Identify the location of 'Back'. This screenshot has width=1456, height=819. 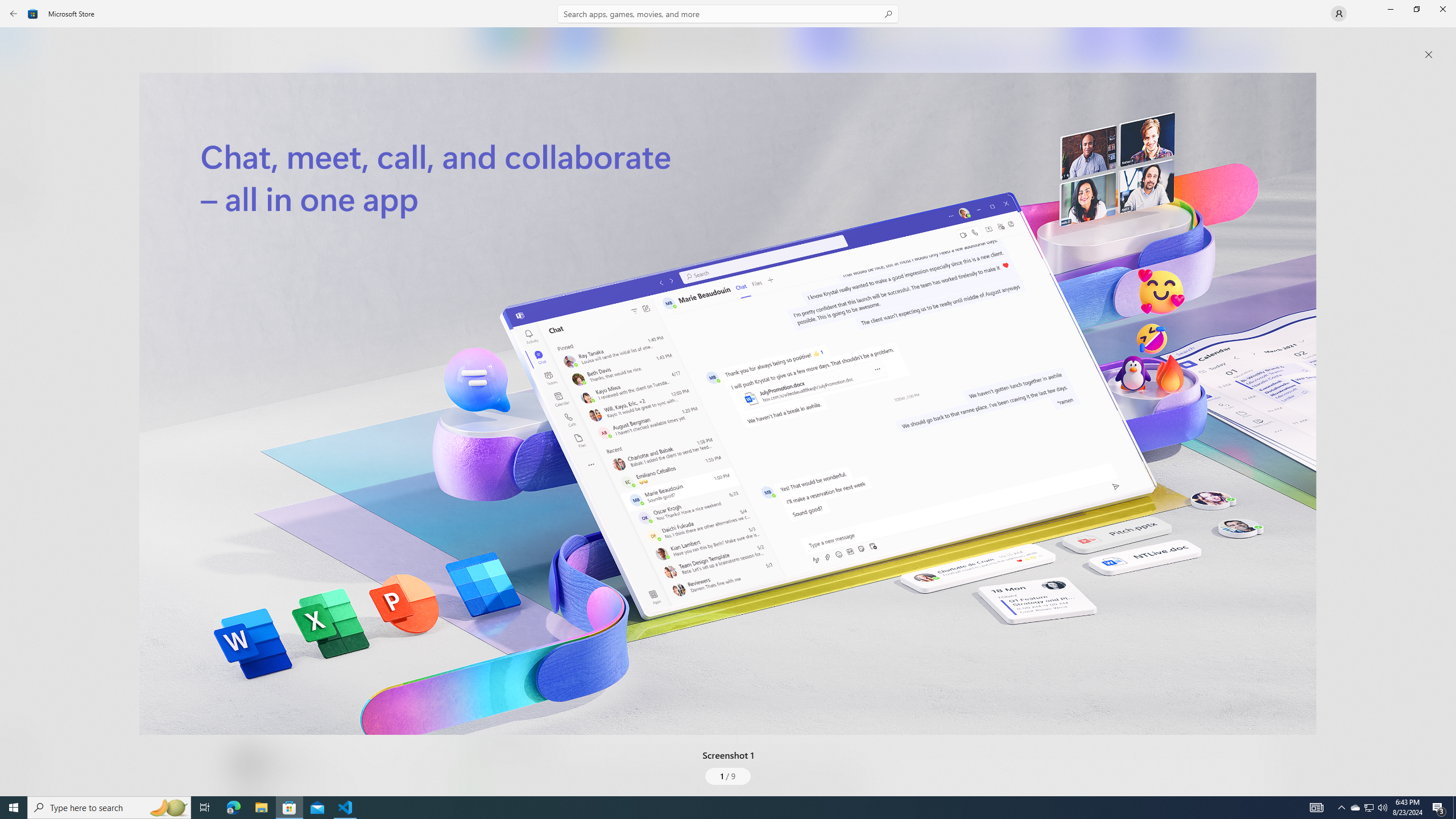
(14, 13).